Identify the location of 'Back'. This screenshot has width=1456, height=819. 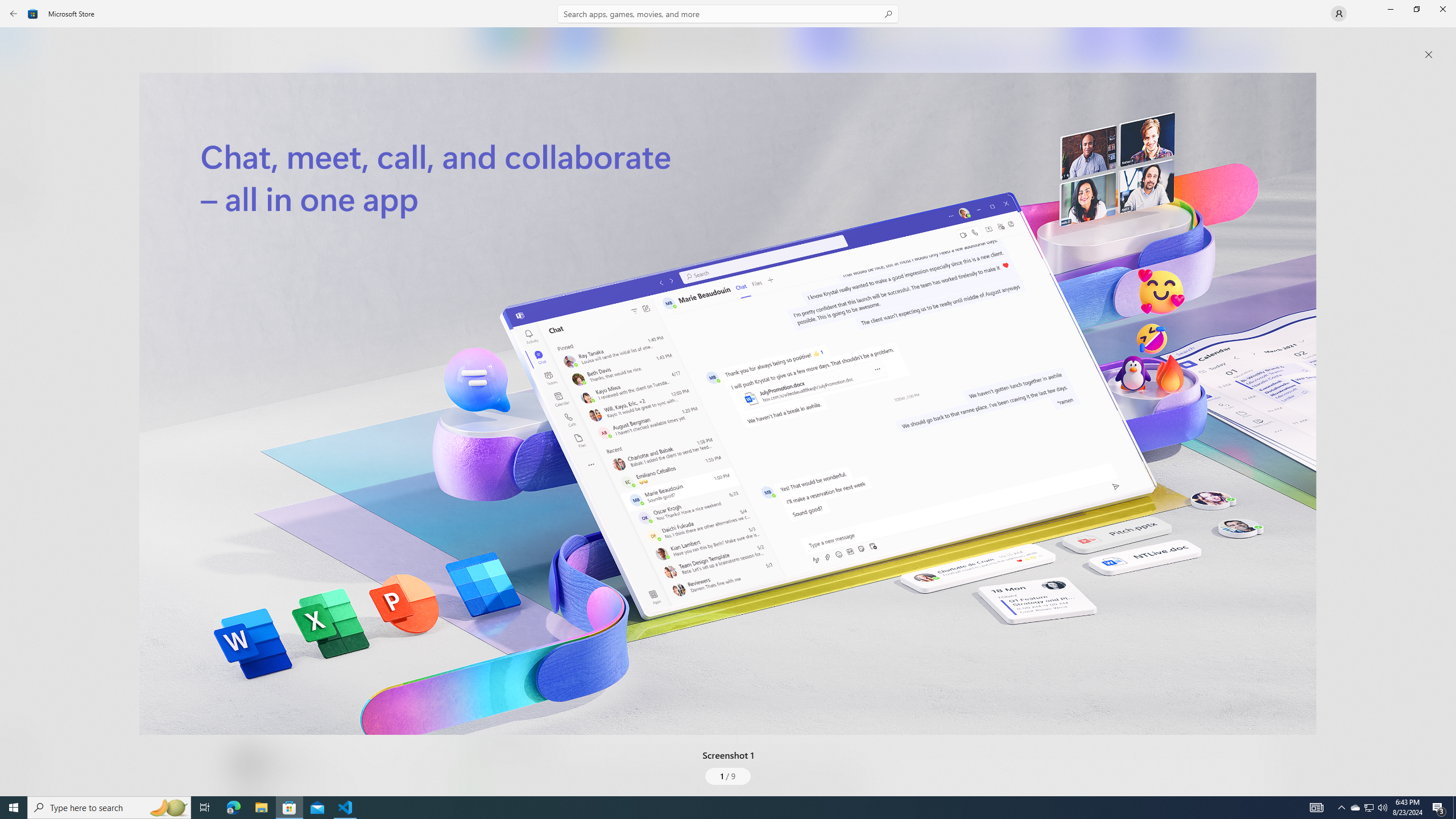
(14, 13).